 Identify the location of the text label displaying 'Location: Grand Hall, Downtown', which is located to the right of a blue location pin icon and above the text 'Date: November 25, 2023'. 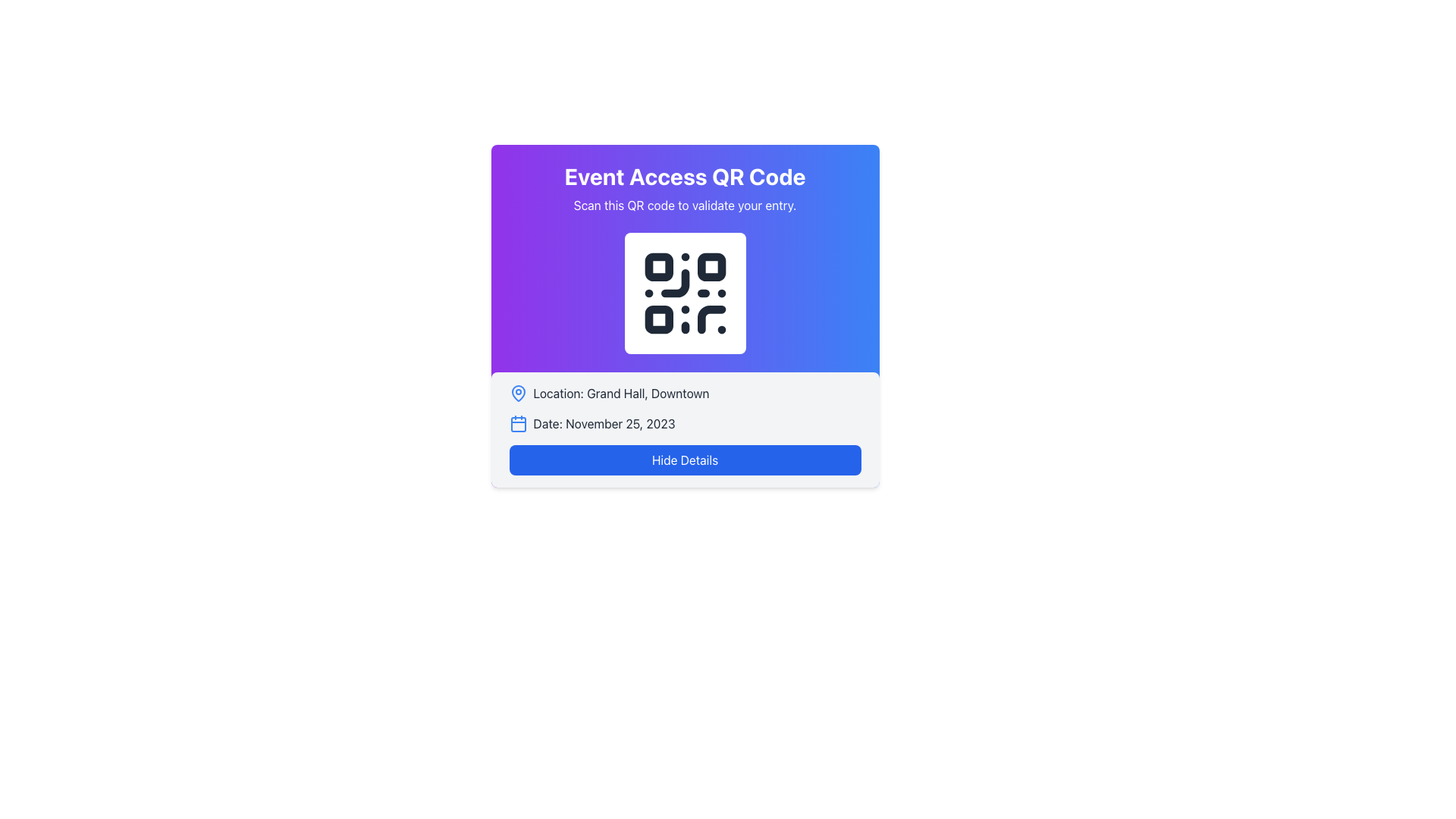
(621, 393).